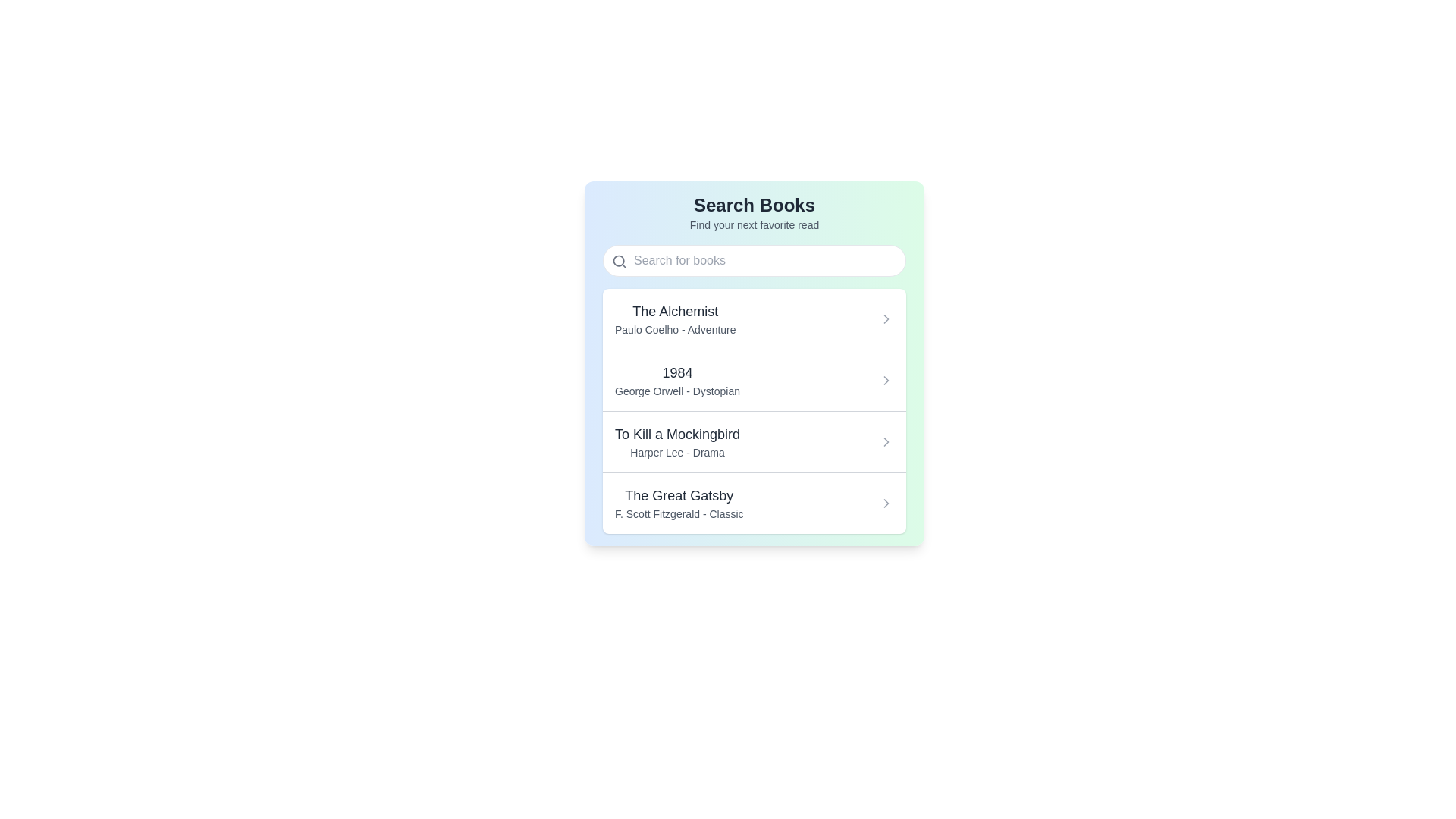 This screenshot has width=1456, height=819. Describe the element at coordinates (754, 205) in the screenshot. I see `the Text header at the top of the search section, which serves as the title indicating its purpose to users` at that location.